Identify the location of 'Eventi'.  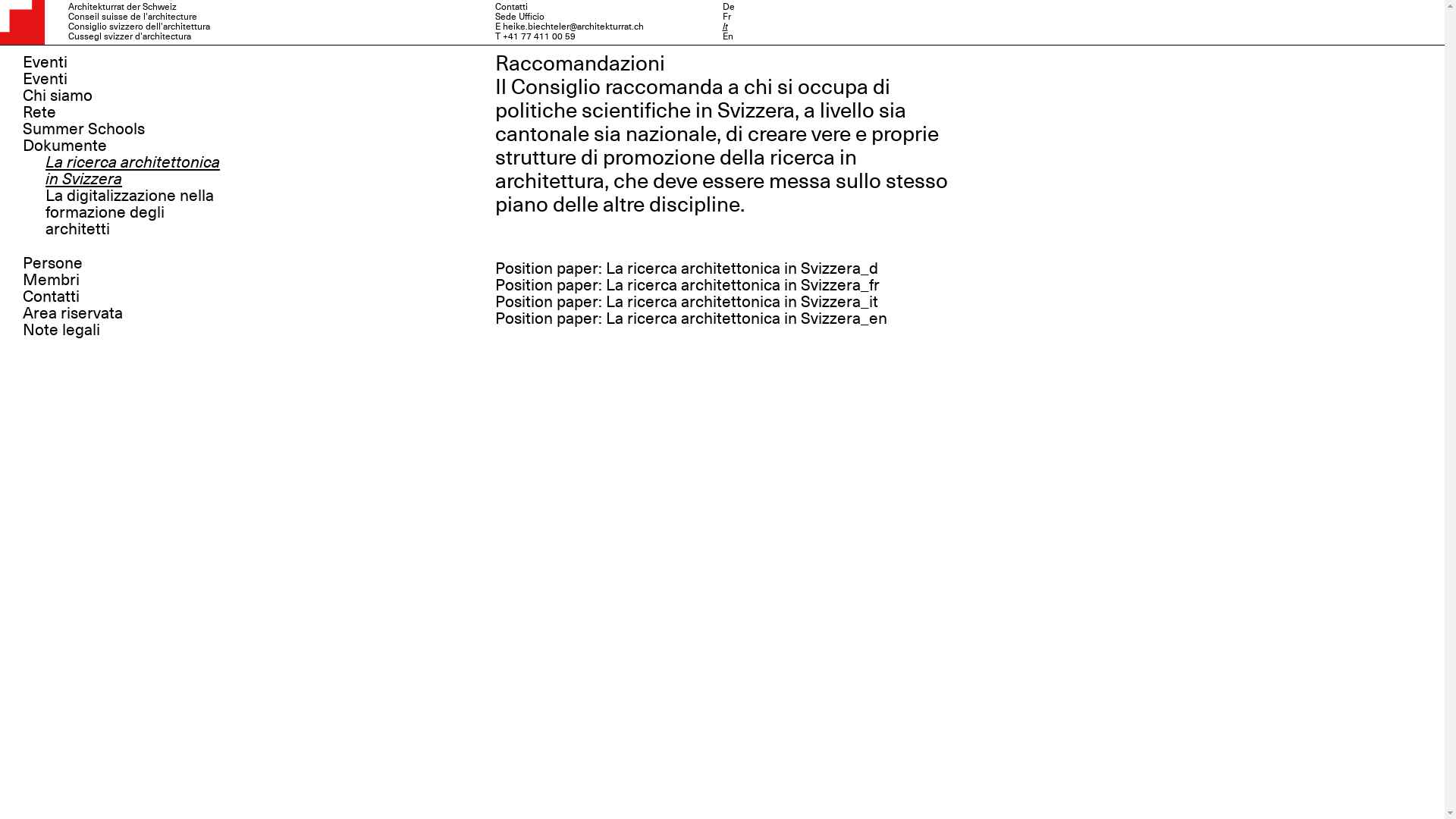
(45, 61).